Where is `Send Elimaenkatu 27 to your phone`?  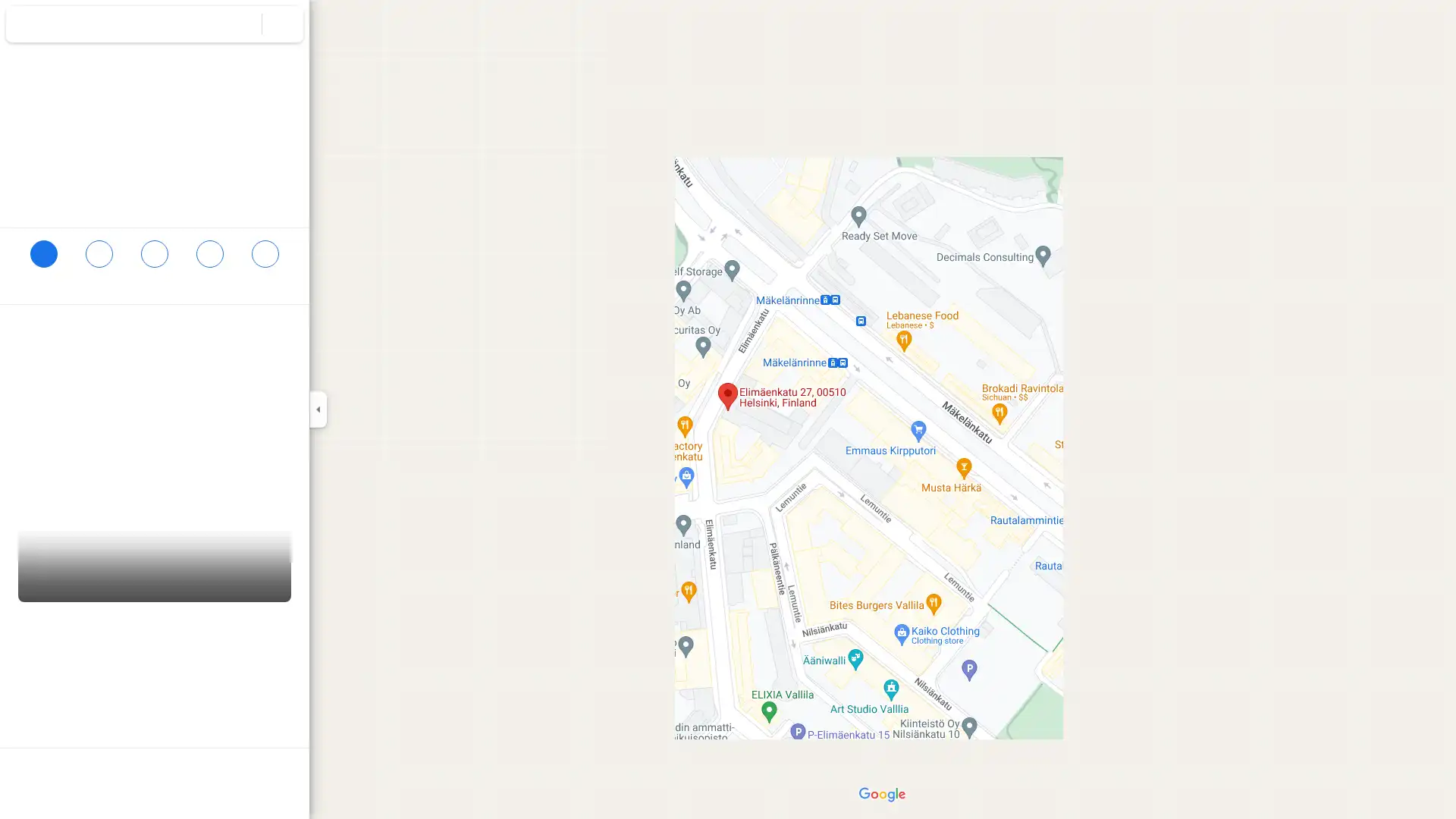
Send Elimaenkatu 27 to your phone is located at coordinates (209, 265).